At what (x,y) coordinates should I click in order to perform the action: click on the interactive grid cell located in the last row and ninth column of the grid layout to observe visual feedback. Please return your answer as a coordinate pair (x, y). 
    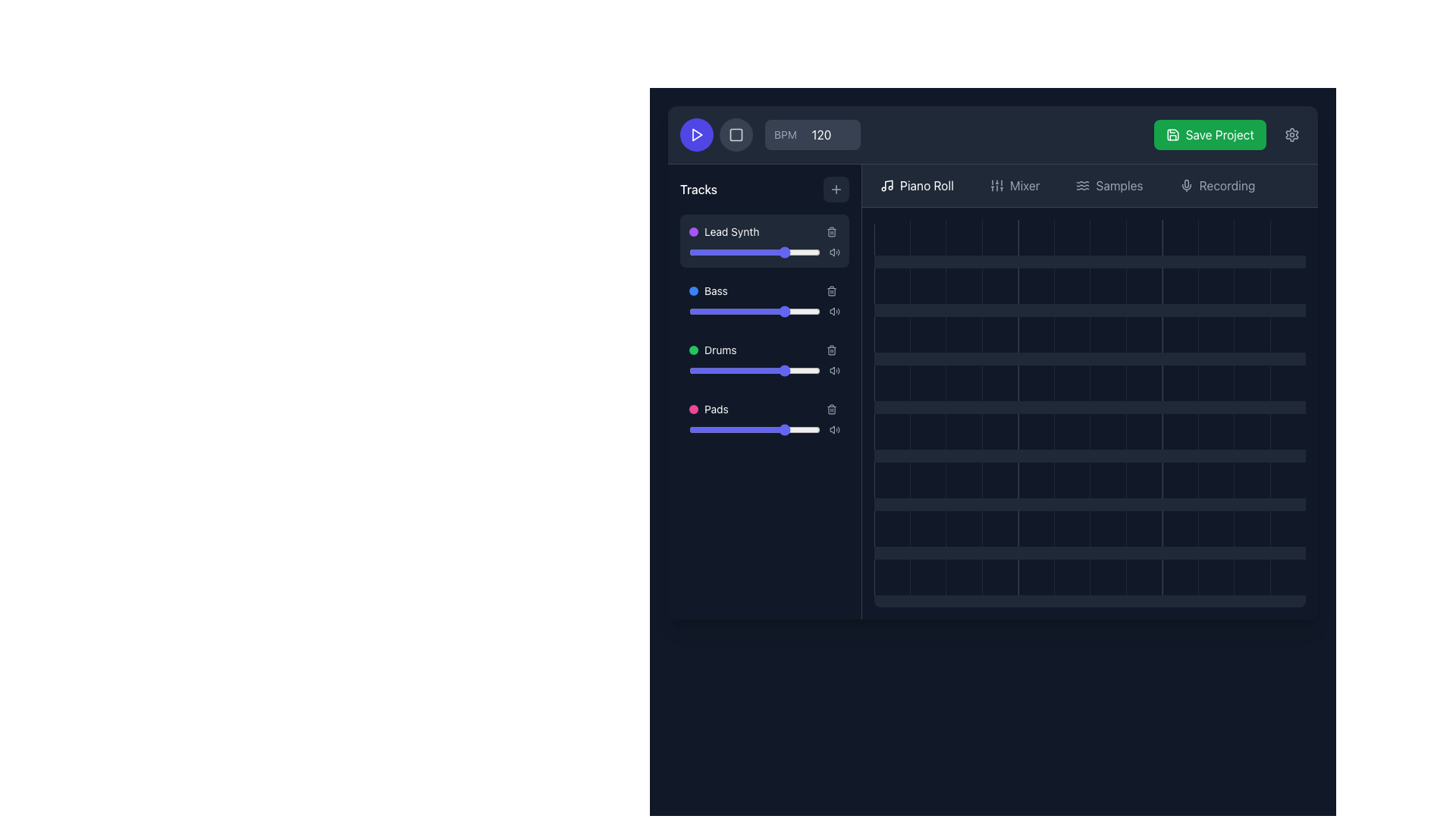
    Looking at the image, I should click on (1216, 577).